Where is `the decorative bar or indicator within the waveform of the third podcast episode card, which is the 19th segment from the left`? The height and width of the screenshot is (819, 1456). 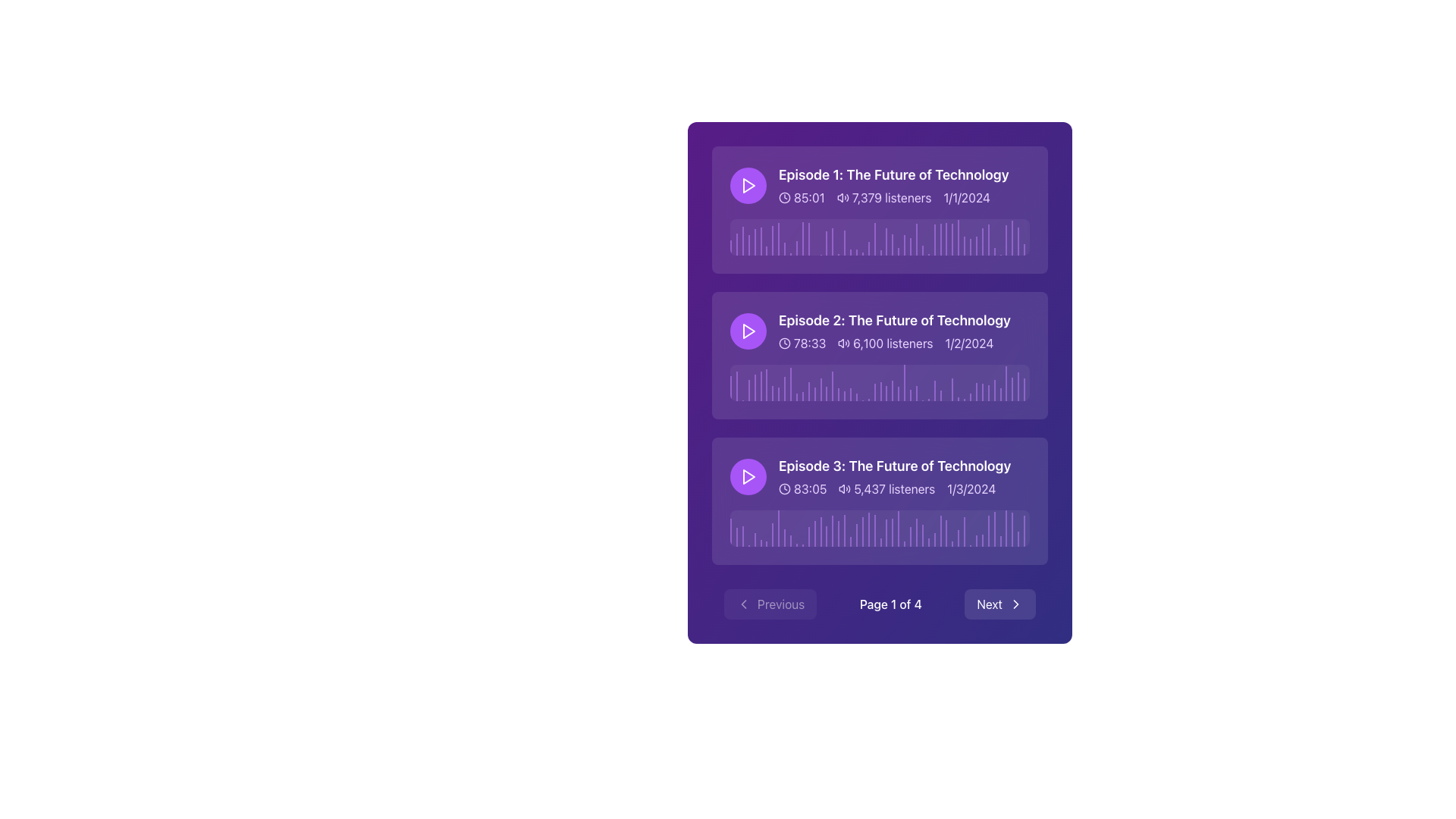 the decorative bar or indicator within the waveform of the third podcast episode card, which is the 19th segment from the left is located at coordinates (838, 532).